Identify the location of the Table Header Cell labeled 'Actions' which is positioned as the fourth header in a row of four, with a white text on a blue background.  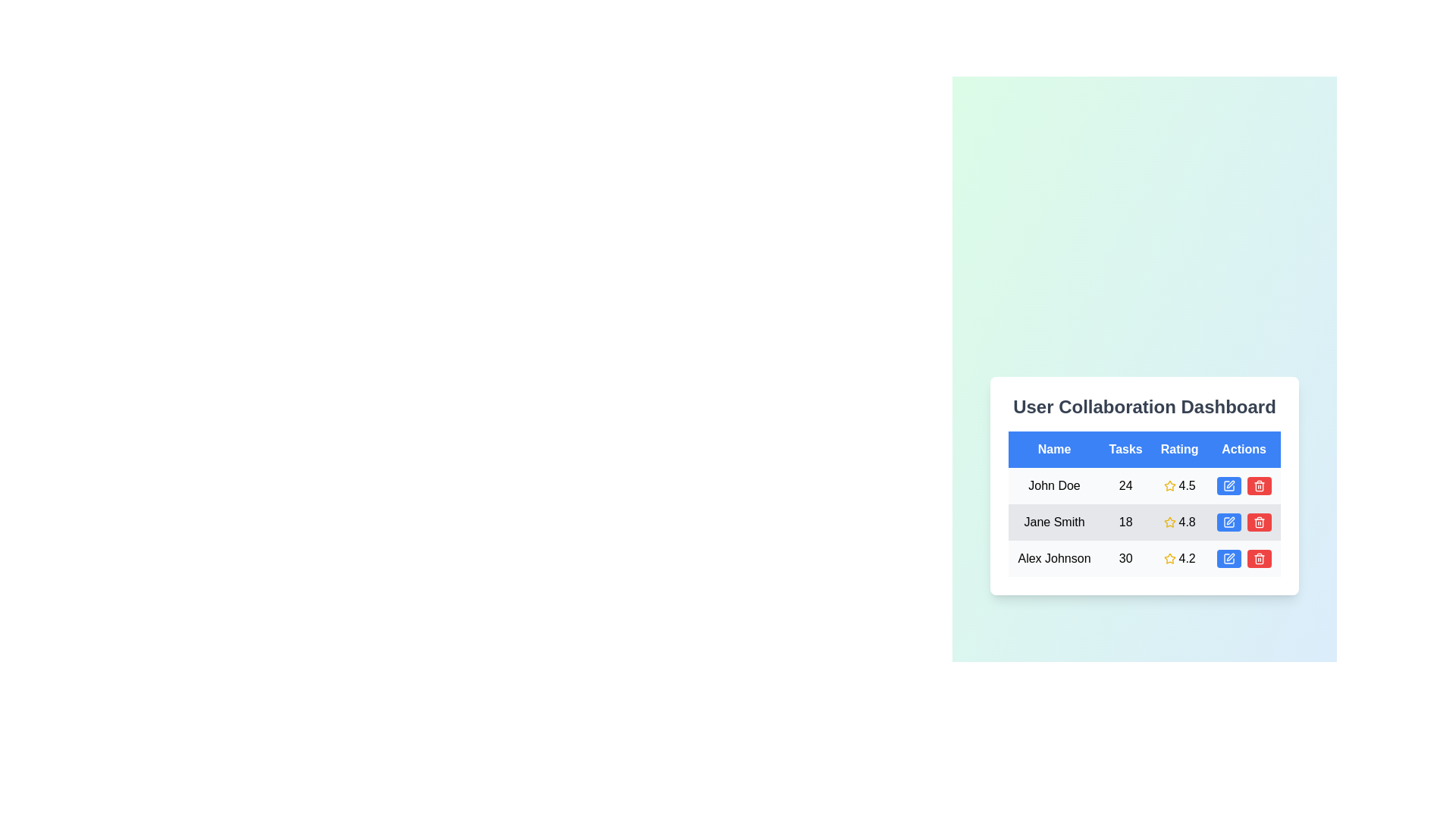
(1244, 449).